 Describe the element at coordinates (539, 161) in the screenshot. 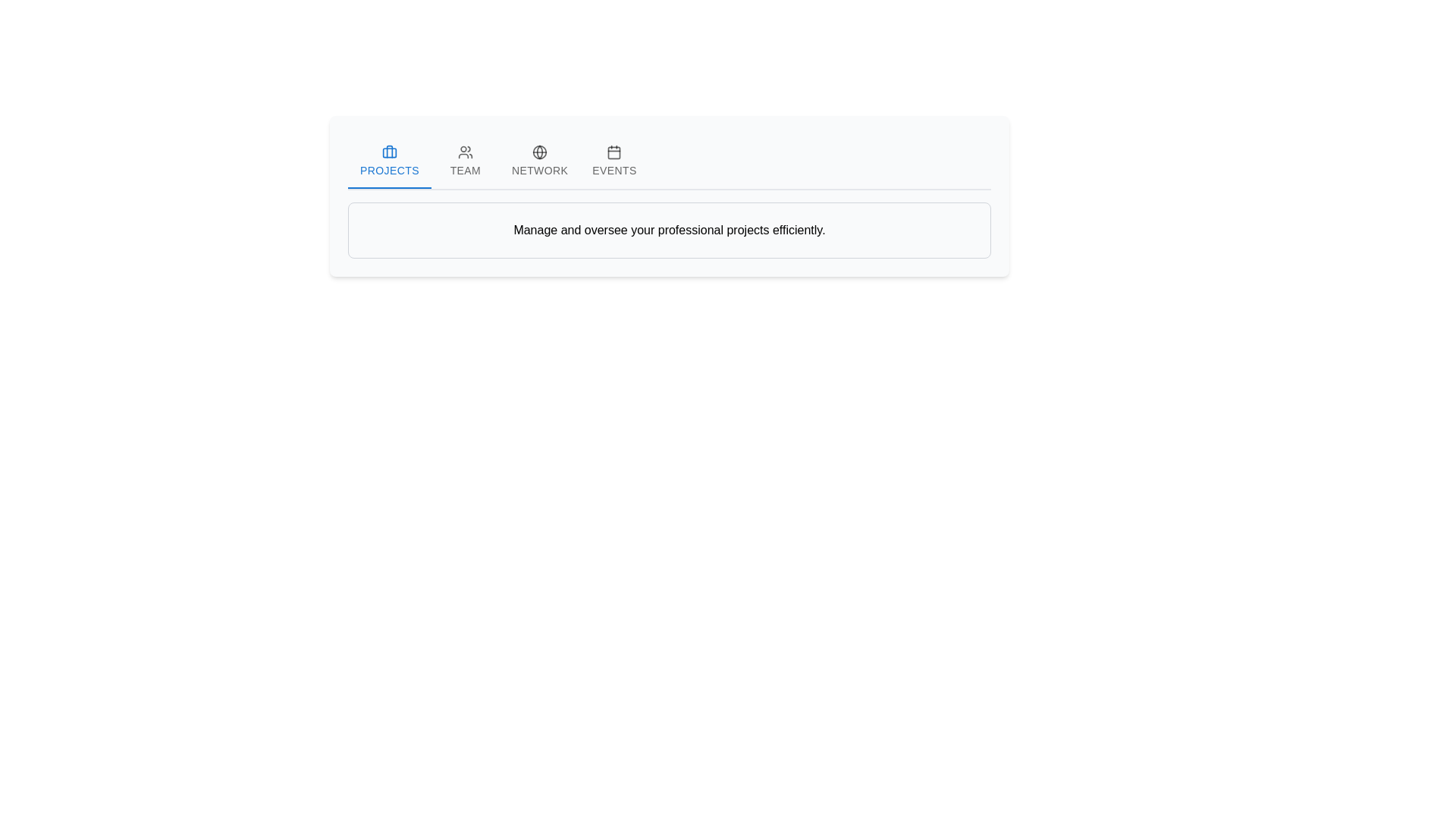

I see `the 'Network' button (tab)` at that location.